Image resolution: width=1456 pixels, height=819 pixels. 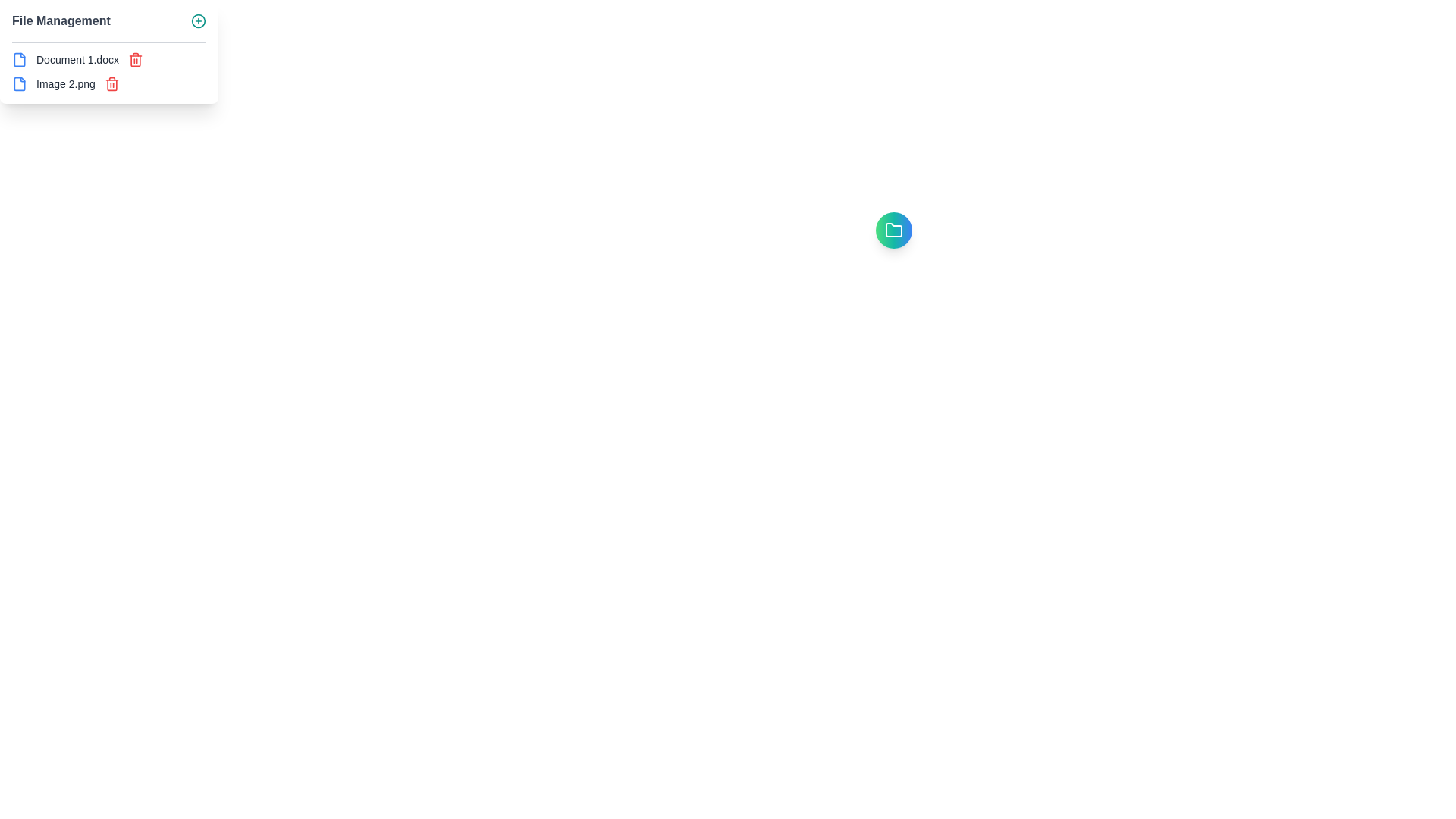 I want to click on the circular button with a gradient background and a white outlined folder icon, so click(x=894, y=231).